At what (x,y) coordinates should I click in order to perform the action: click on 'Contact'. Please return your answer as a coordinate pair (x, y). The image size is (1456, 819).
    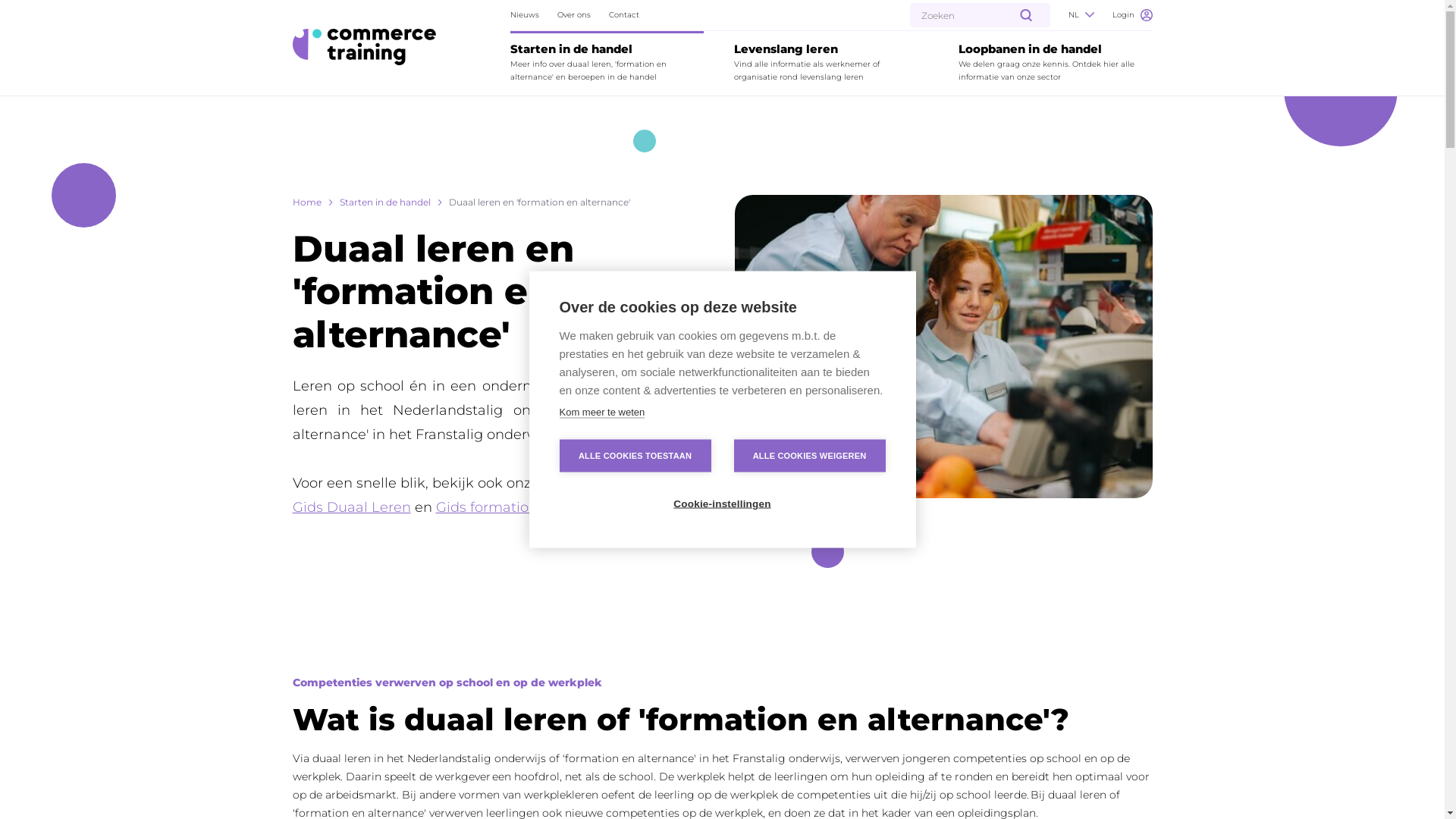
    Looking at the image, I should click on (623, 14).